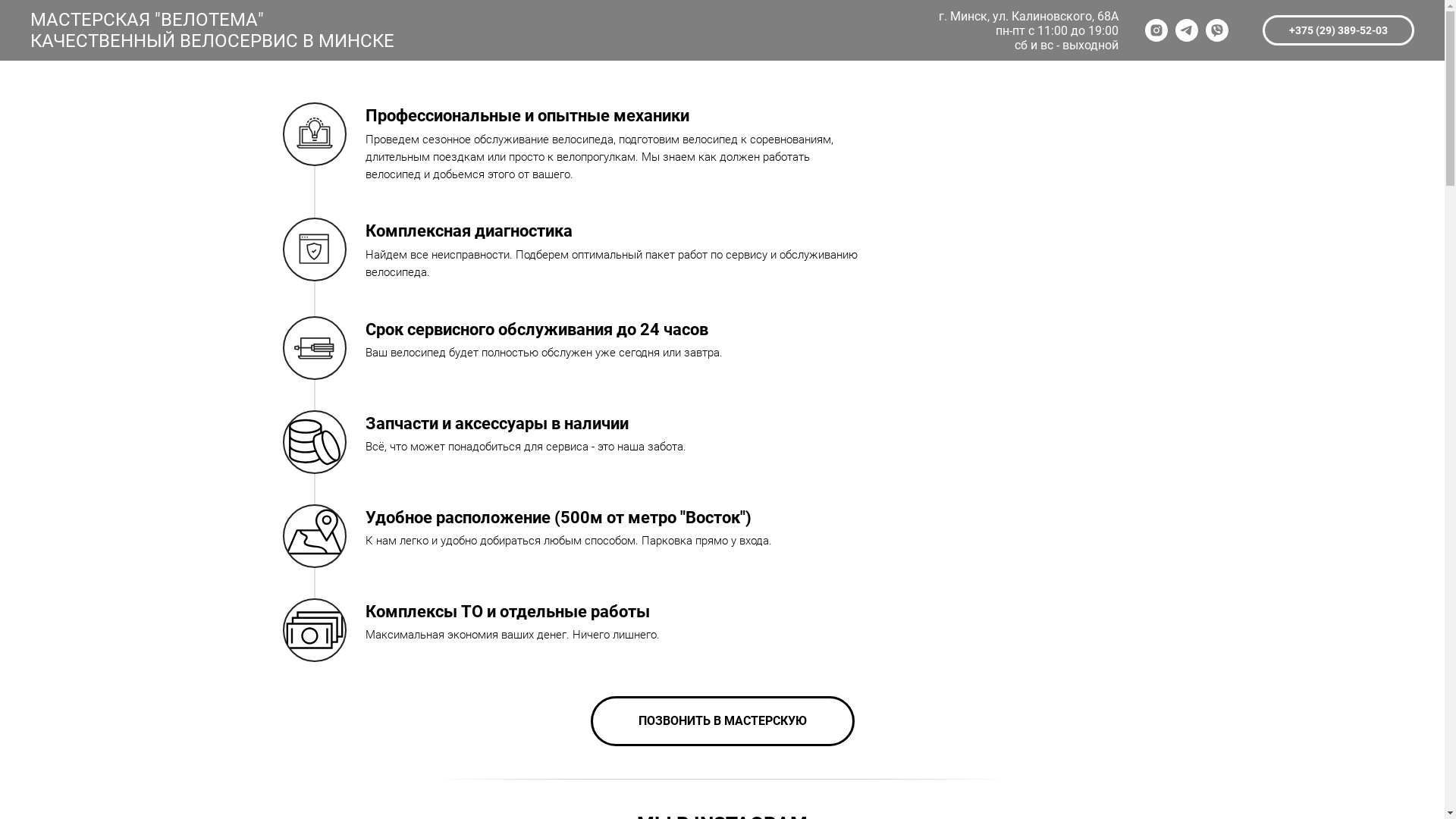 The height and width of the screenshot is (819, 1456). I want to click on '+375 (29) 389-52-03', so click(1338, 30).